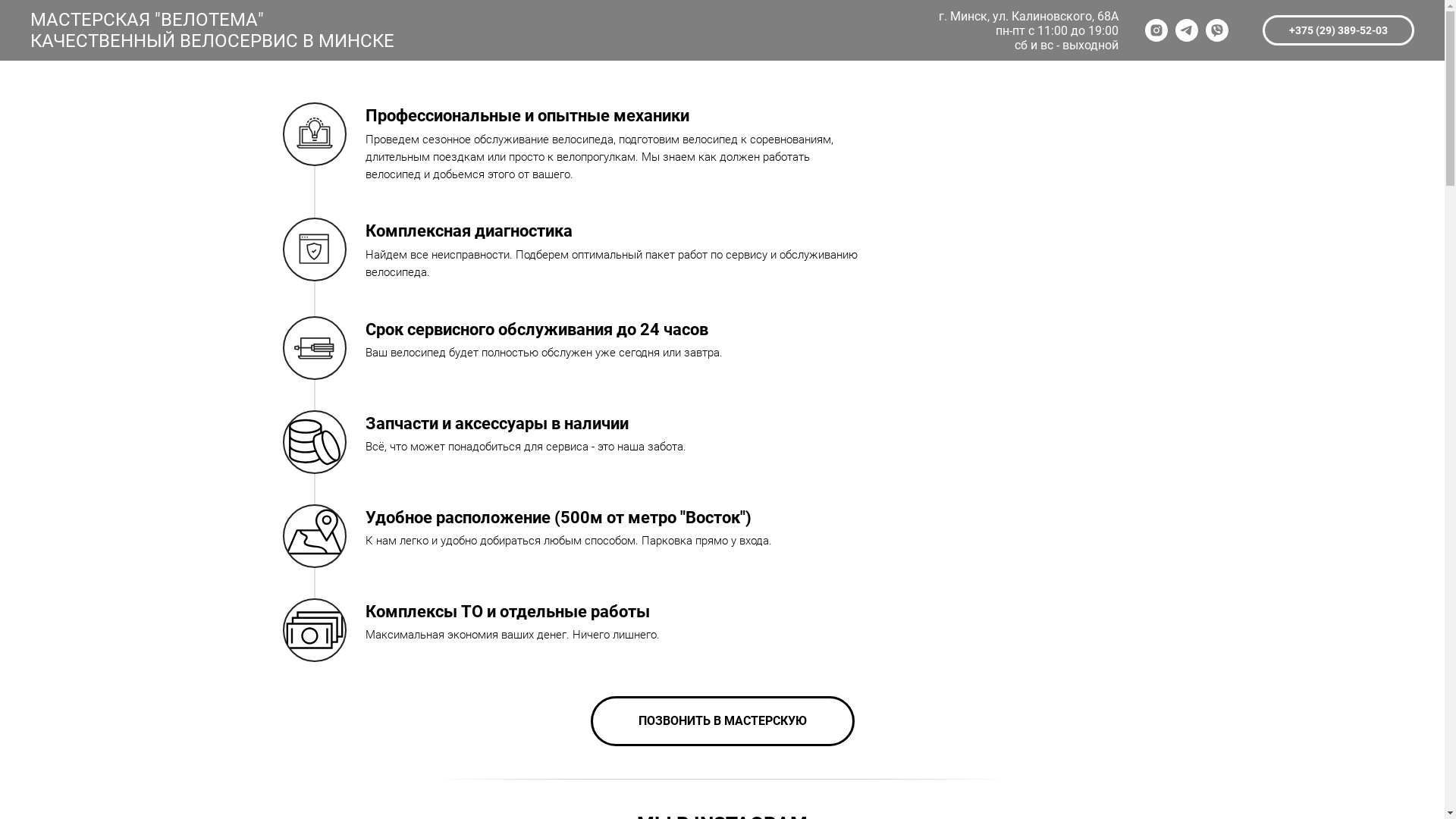 The height and width of the screenshot is (819, 1456). I want to click on '+375 (29) 389-52-03', so click(1338, 30).